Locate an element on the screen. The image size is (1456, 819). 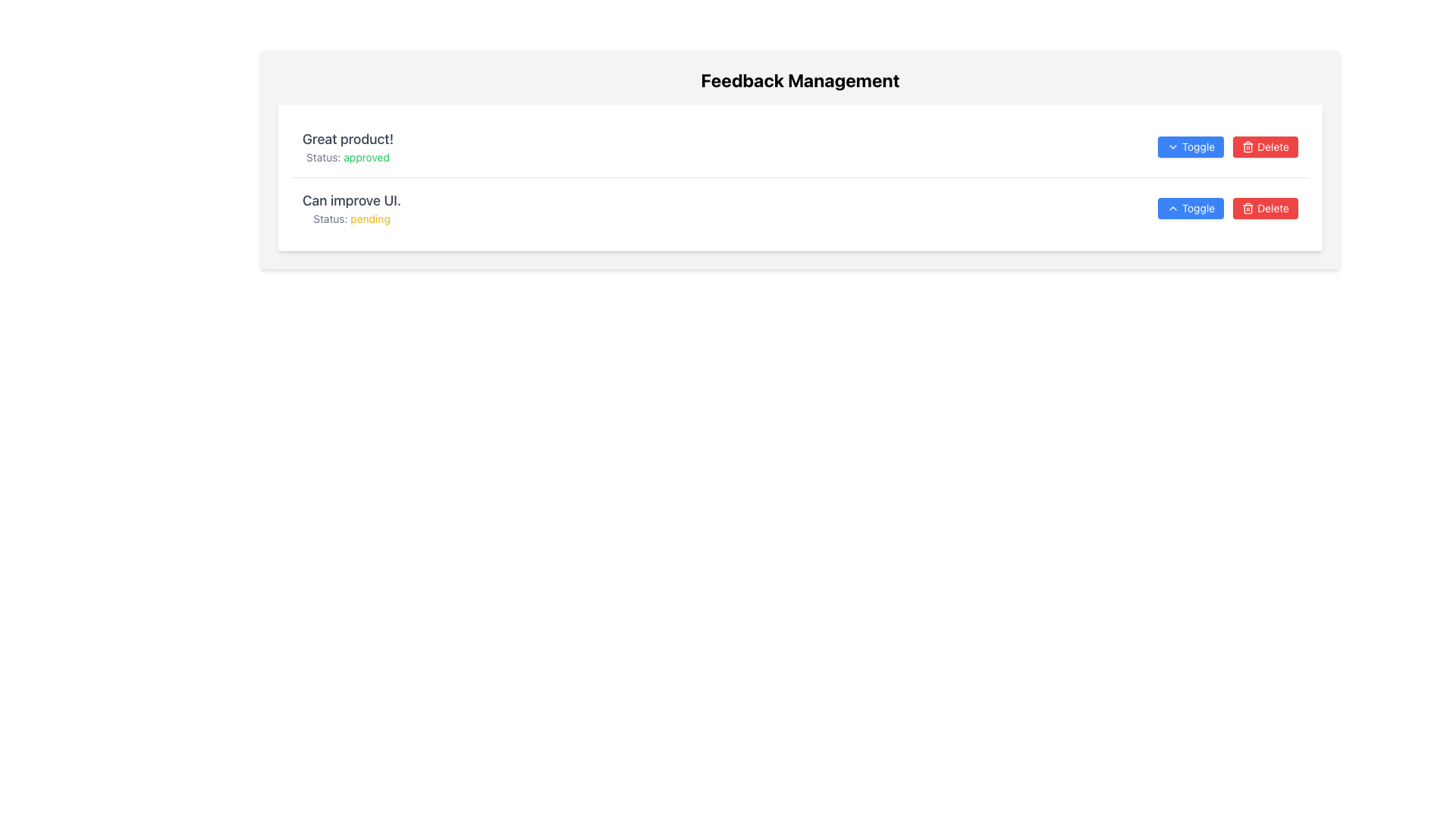
the text label displaying feedback 'Can improve UI.' and status 'Status: pending' in the 'Feedback Management' section, which is the second entry from the top is located at coordinates (351, 208).